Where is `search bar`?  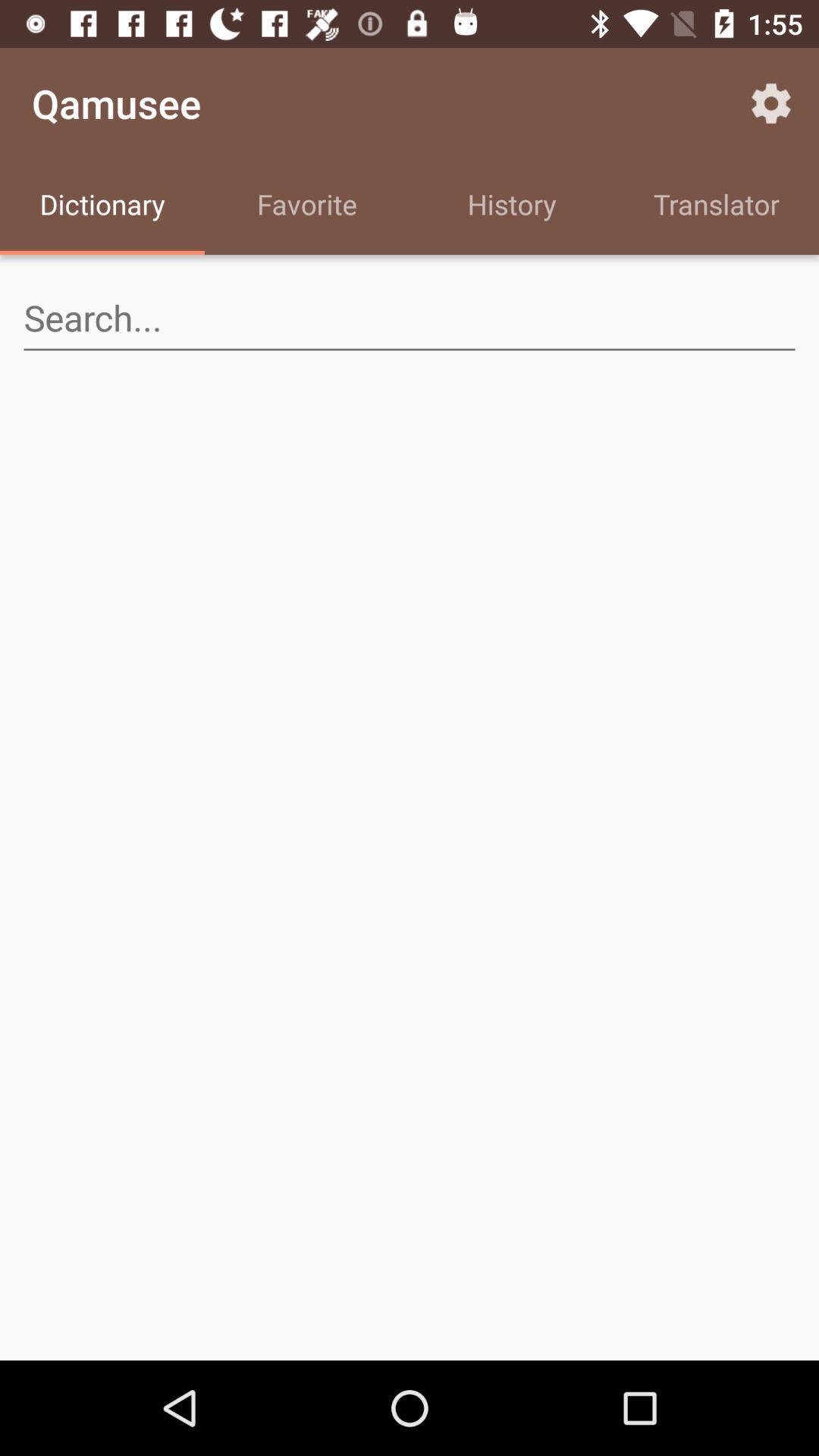 search bar is located at coordinates (409, 318).